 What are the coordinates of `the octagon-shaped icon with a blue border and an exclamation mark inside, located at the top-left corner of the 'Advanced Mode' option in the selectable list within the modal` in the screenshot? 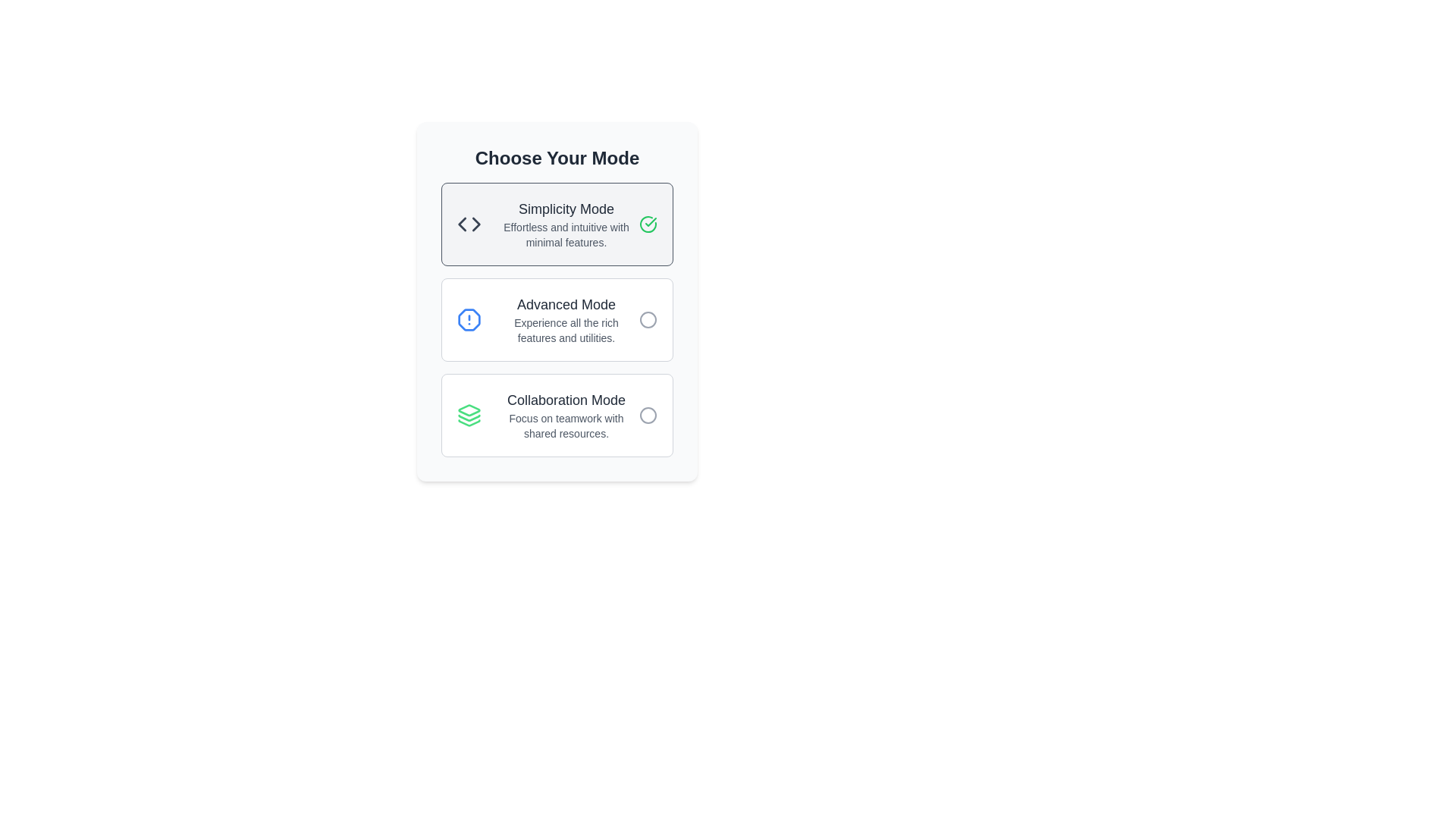 It's located at (469, 318).